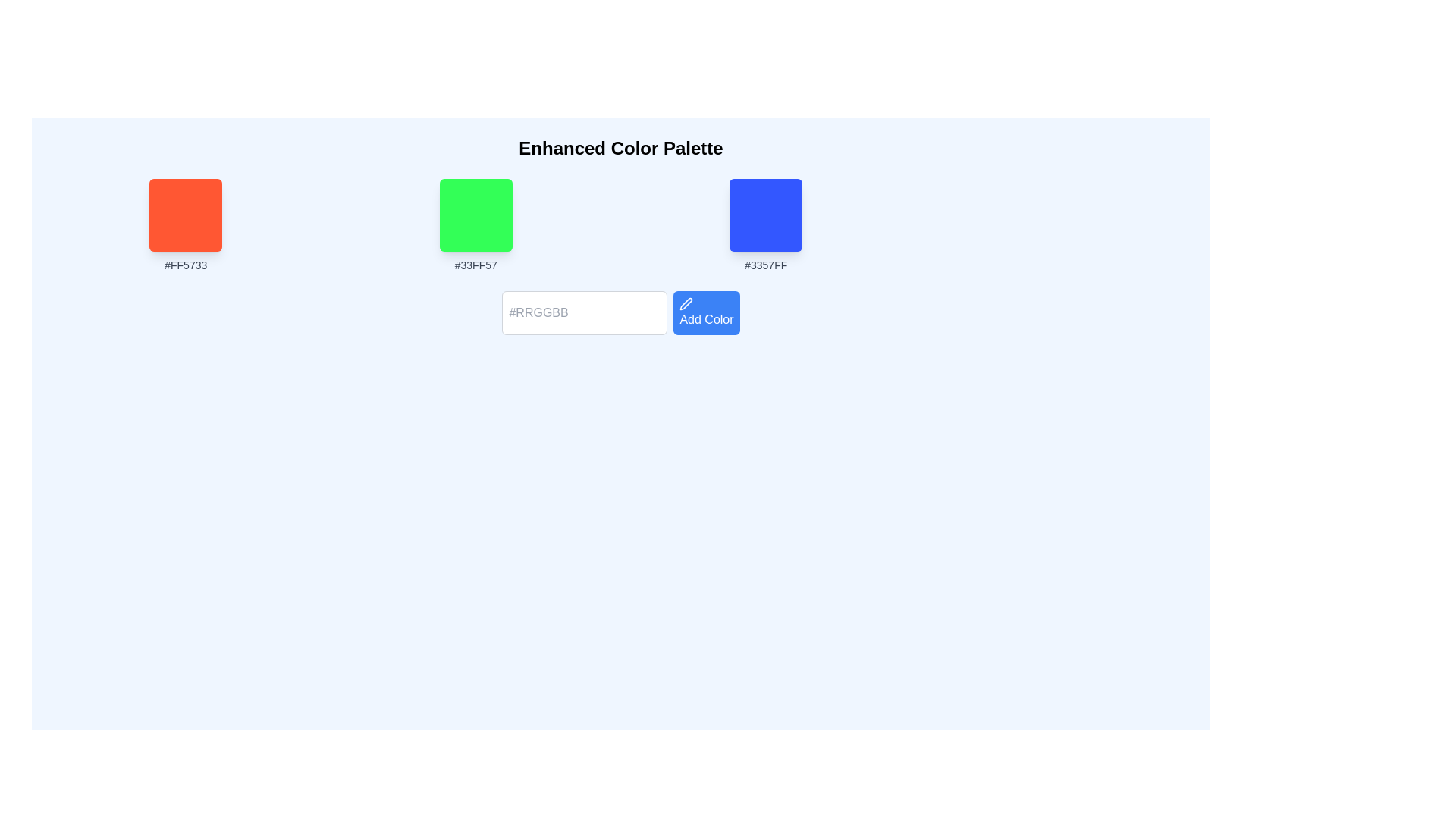 This screenshot has width=1456, height=819. Describe the element at coordinates (705, 312) in the screenshot. I see `the 'Add Color' button, which is a rectangular button with a blue background and white text, located to the right of the '#RRGGBB' text input field` at that location.